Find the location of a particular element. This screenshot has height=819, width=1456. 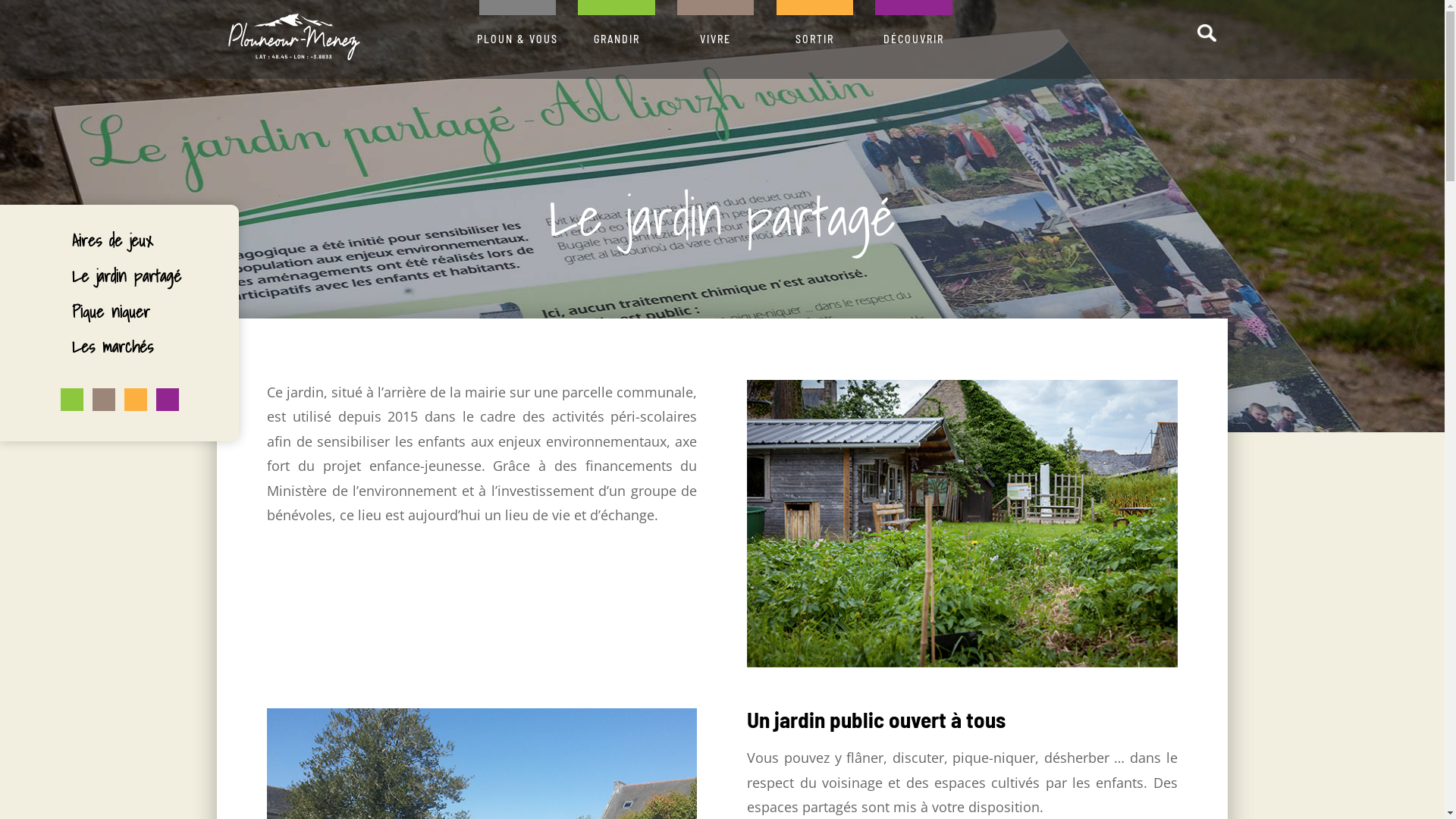

'GRANDIR' is located at coordinates (592, 38).